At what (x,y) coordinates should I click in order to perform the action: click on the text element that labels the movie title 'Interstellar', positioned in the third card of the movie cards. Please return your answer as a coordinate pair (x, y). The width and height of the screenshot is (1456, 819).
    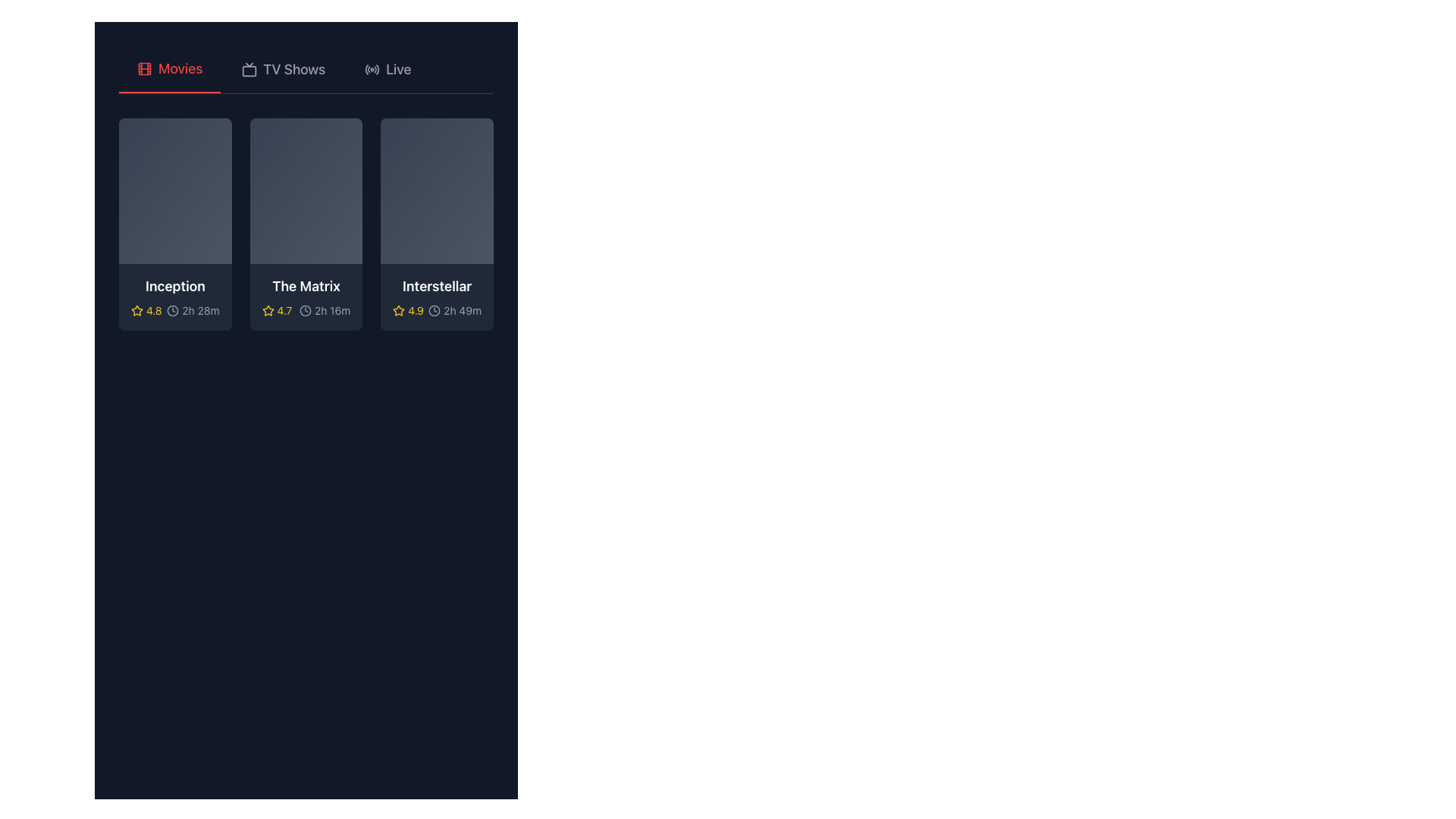
    Looking at the image, I should click on (436, 287).